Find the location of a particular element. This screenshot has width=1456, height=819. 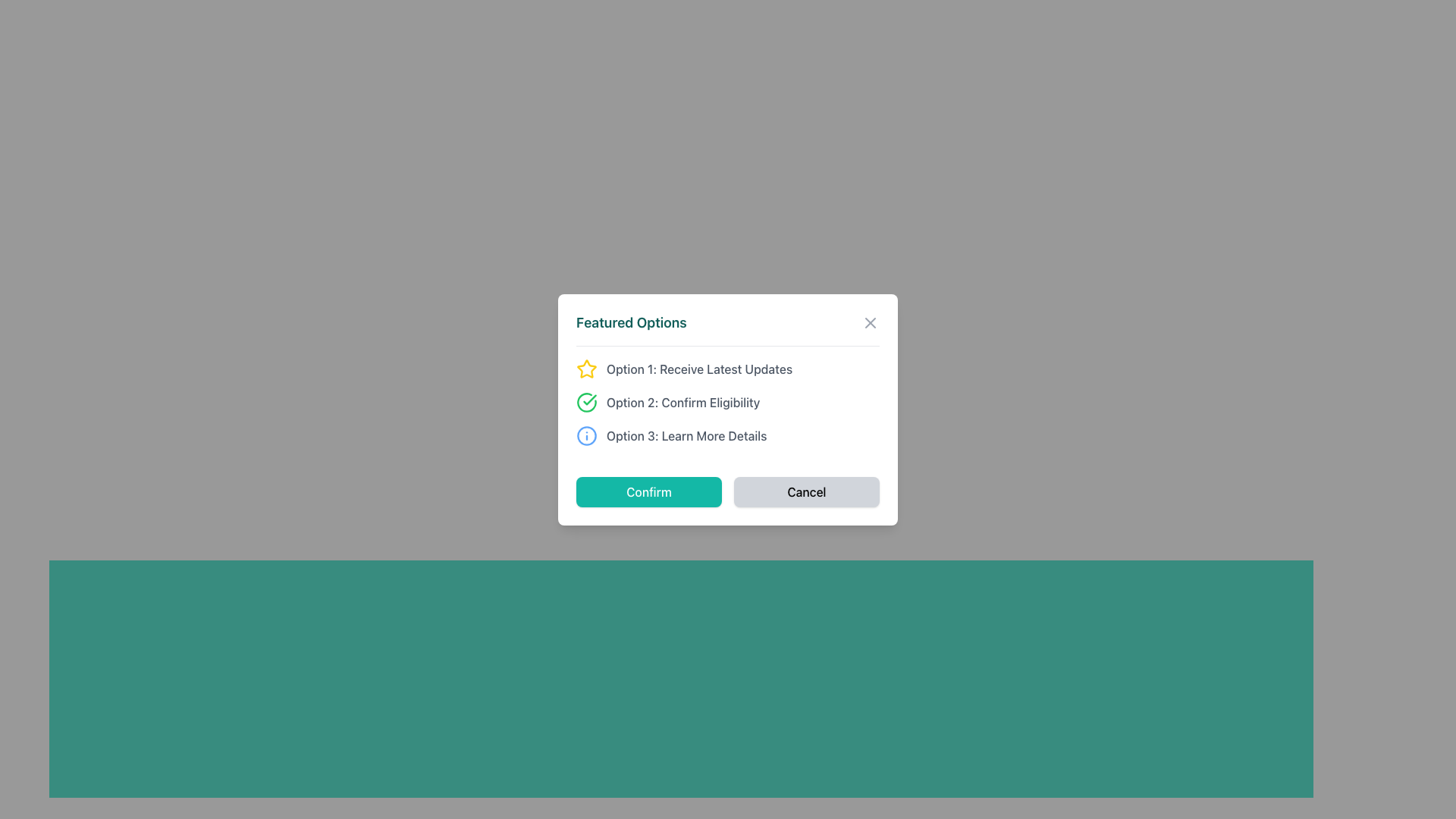

the button group at the bottom of the 'Featured Options' modal window to observe the hover effects is located at coordinates (728, 491).